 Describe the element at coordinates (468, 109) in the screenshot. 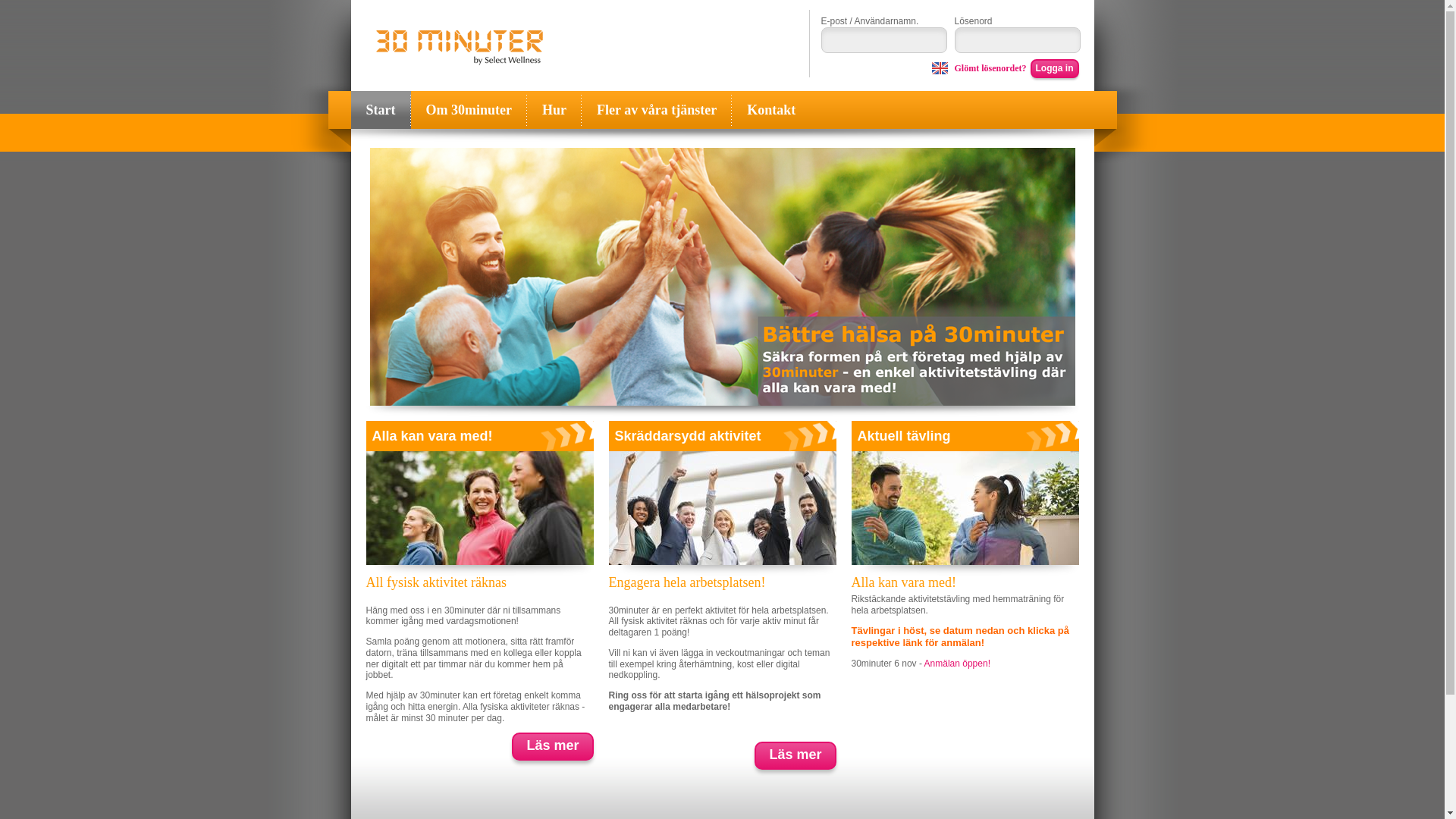

I see `'Om 30minuter'` at that location.